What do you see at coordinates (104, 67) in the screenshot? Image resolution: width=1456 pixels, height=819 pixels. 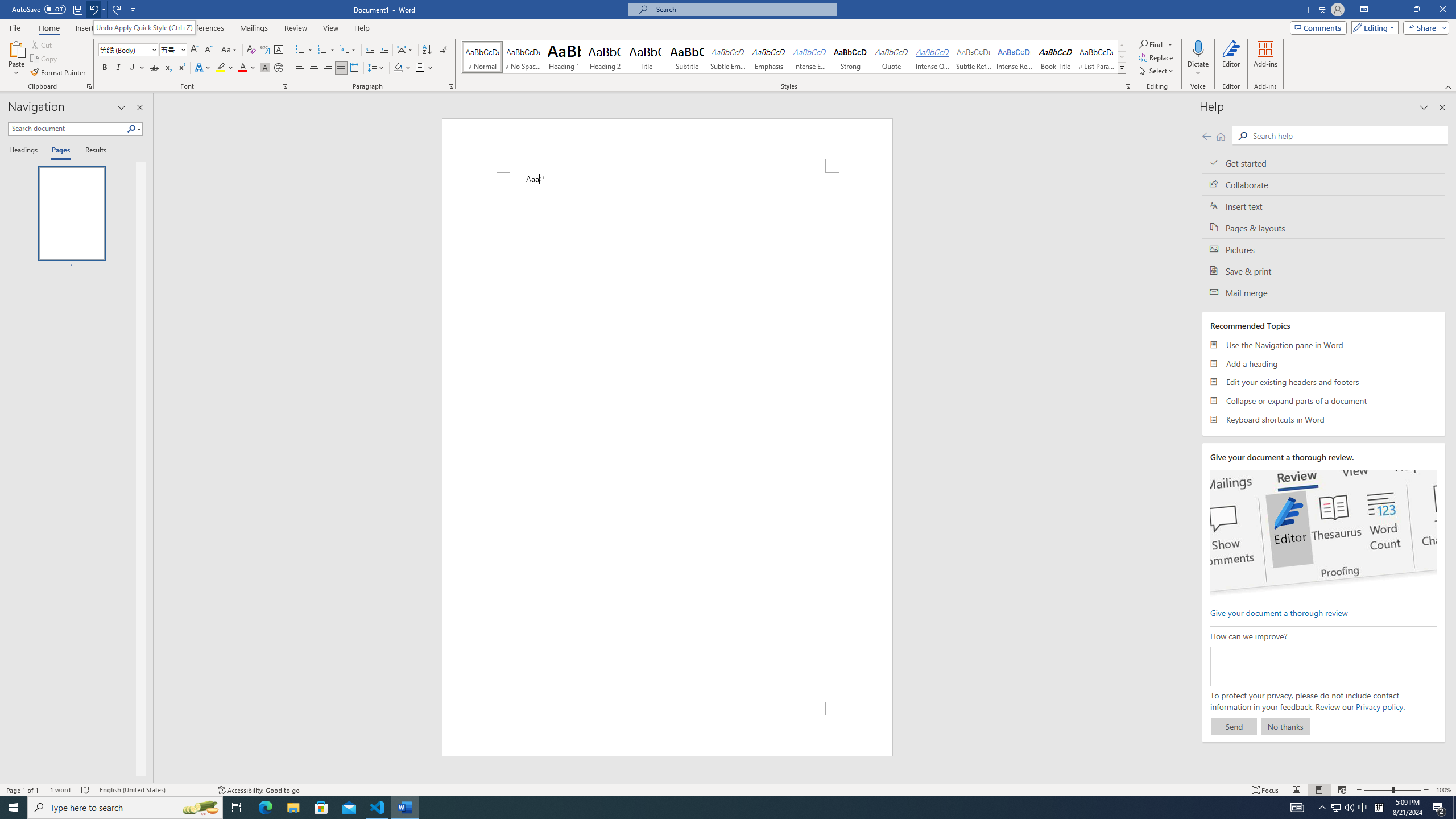 I see `'Bold'` at bounding box center [104, 67].